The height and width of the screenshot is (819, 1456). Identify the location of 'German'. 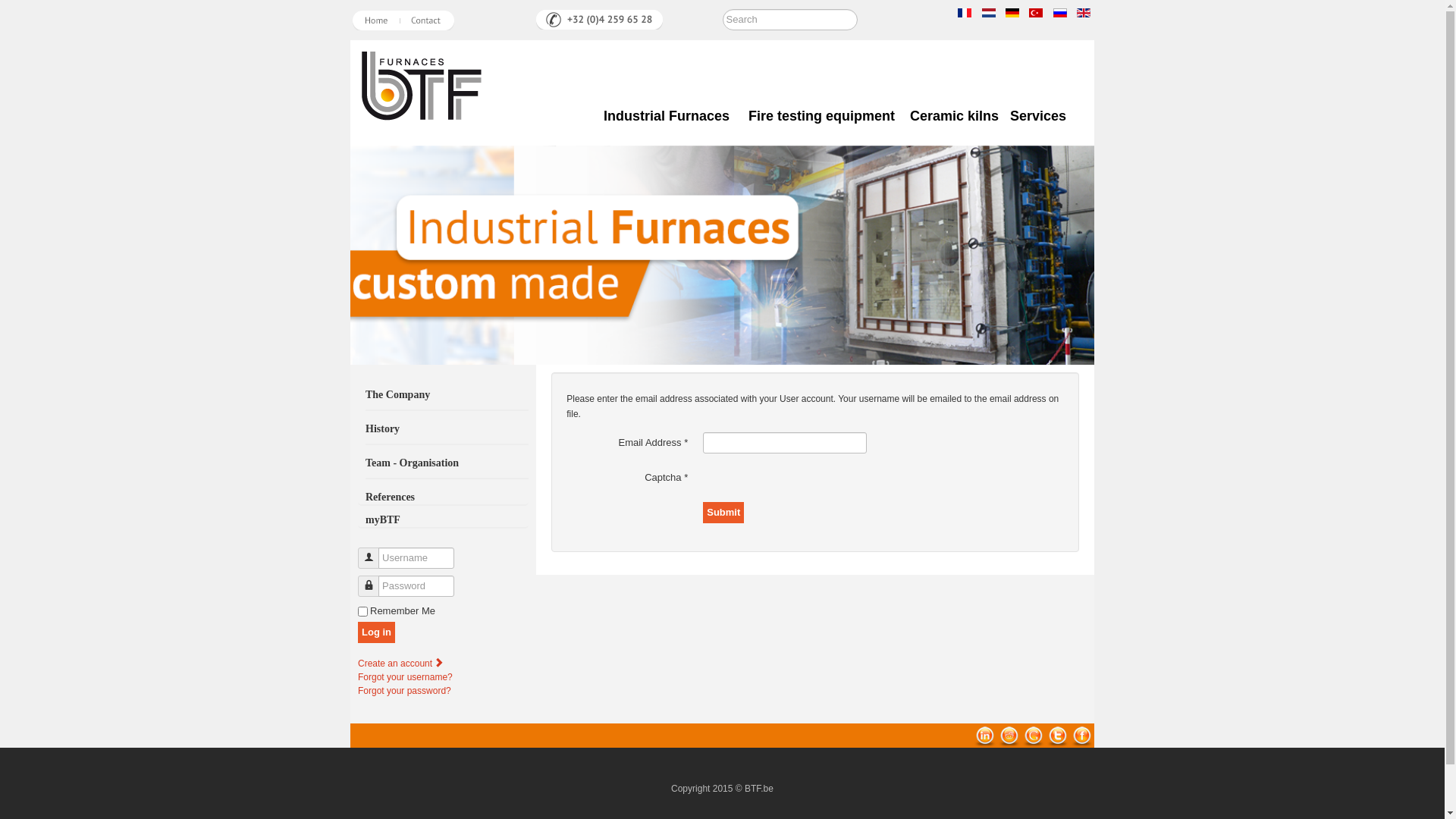
(1012, 12).